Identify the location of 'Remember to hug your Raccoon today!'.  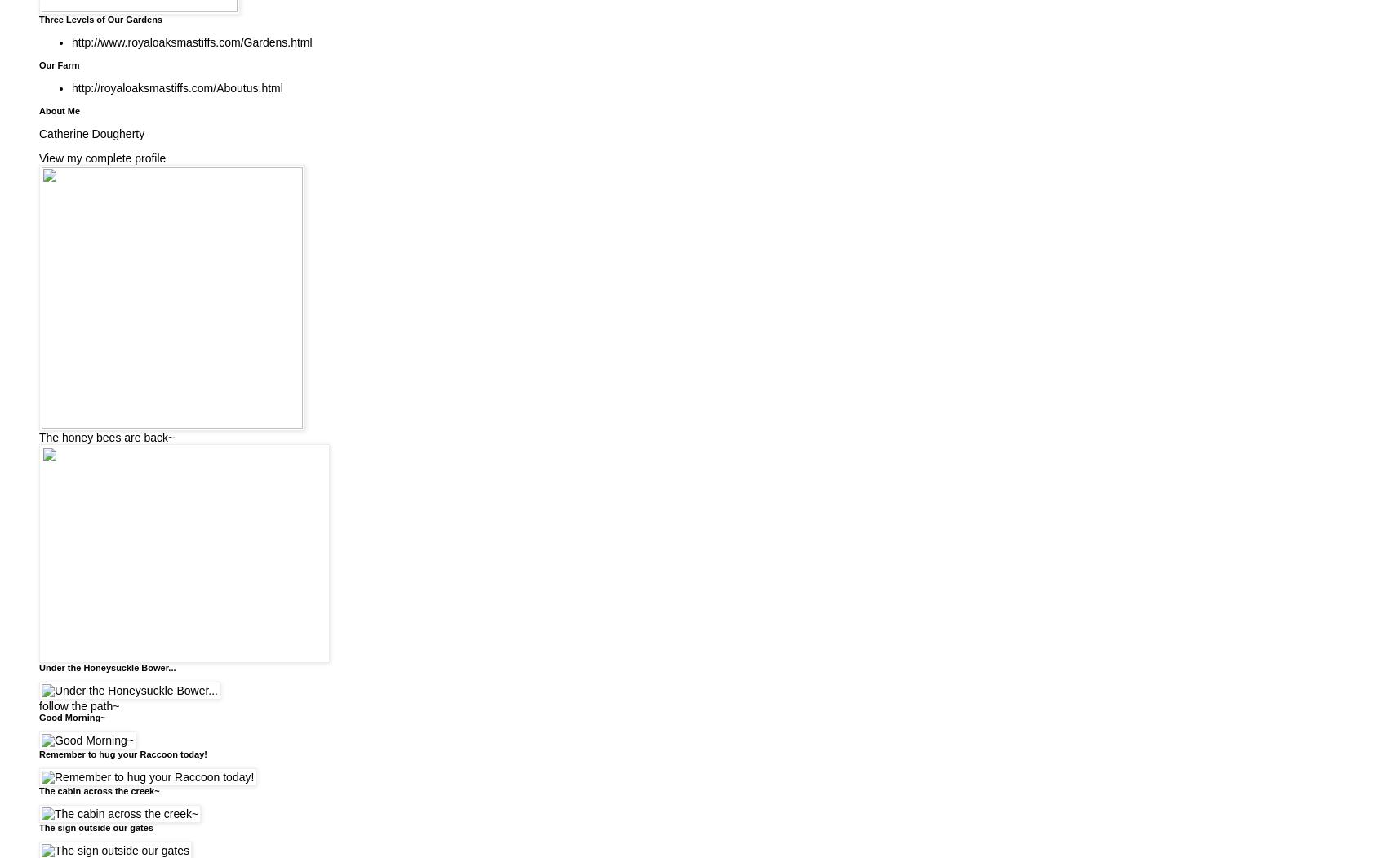
(122, 753).